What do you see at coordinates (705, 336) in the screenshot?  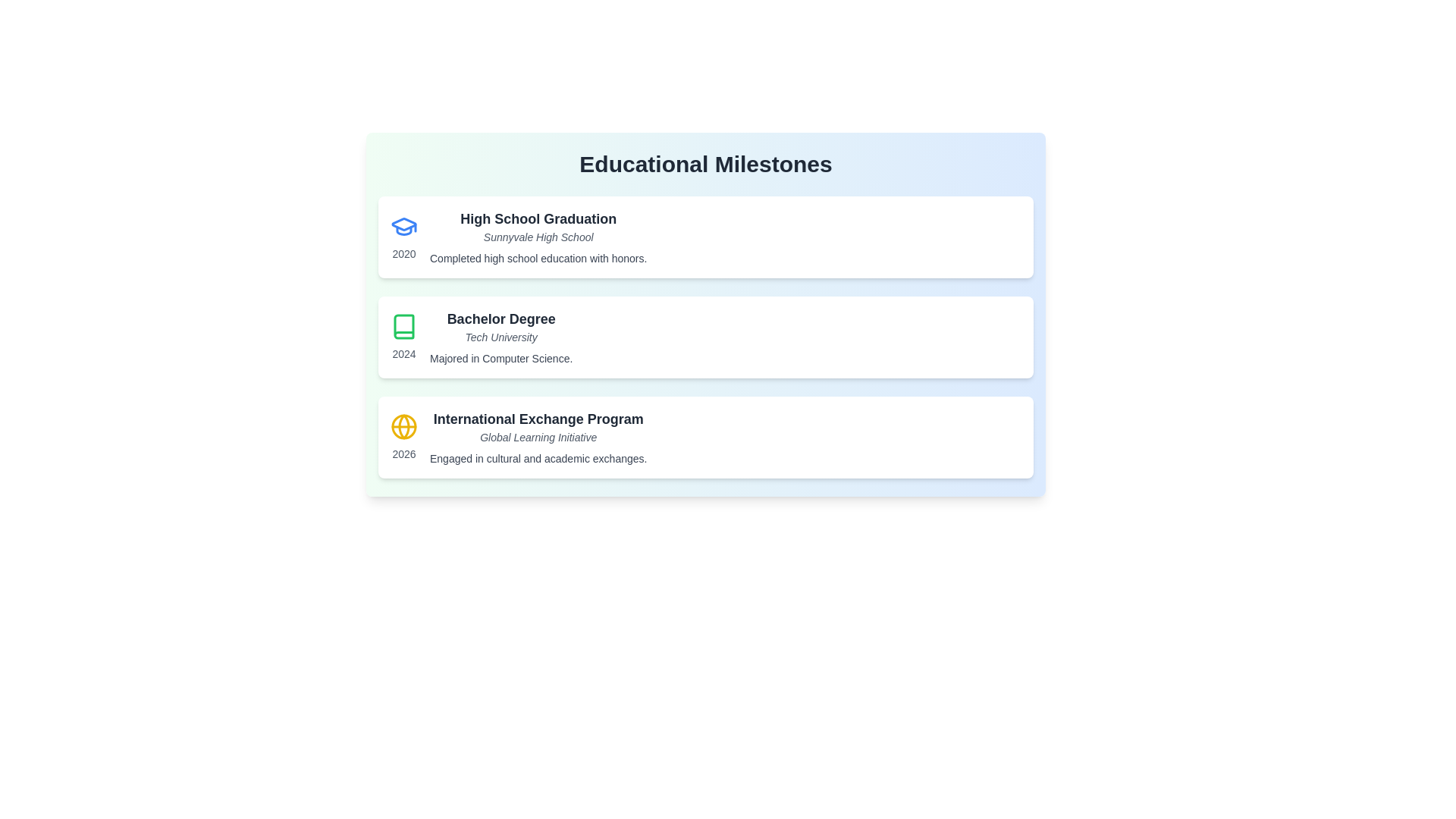 I see `to select or interact with the milestone section showcasing the Bachelor's degree in Computer Science from Tech University, which is visually distinct with a white background and rounded corners` at bounding box center [705, 336].